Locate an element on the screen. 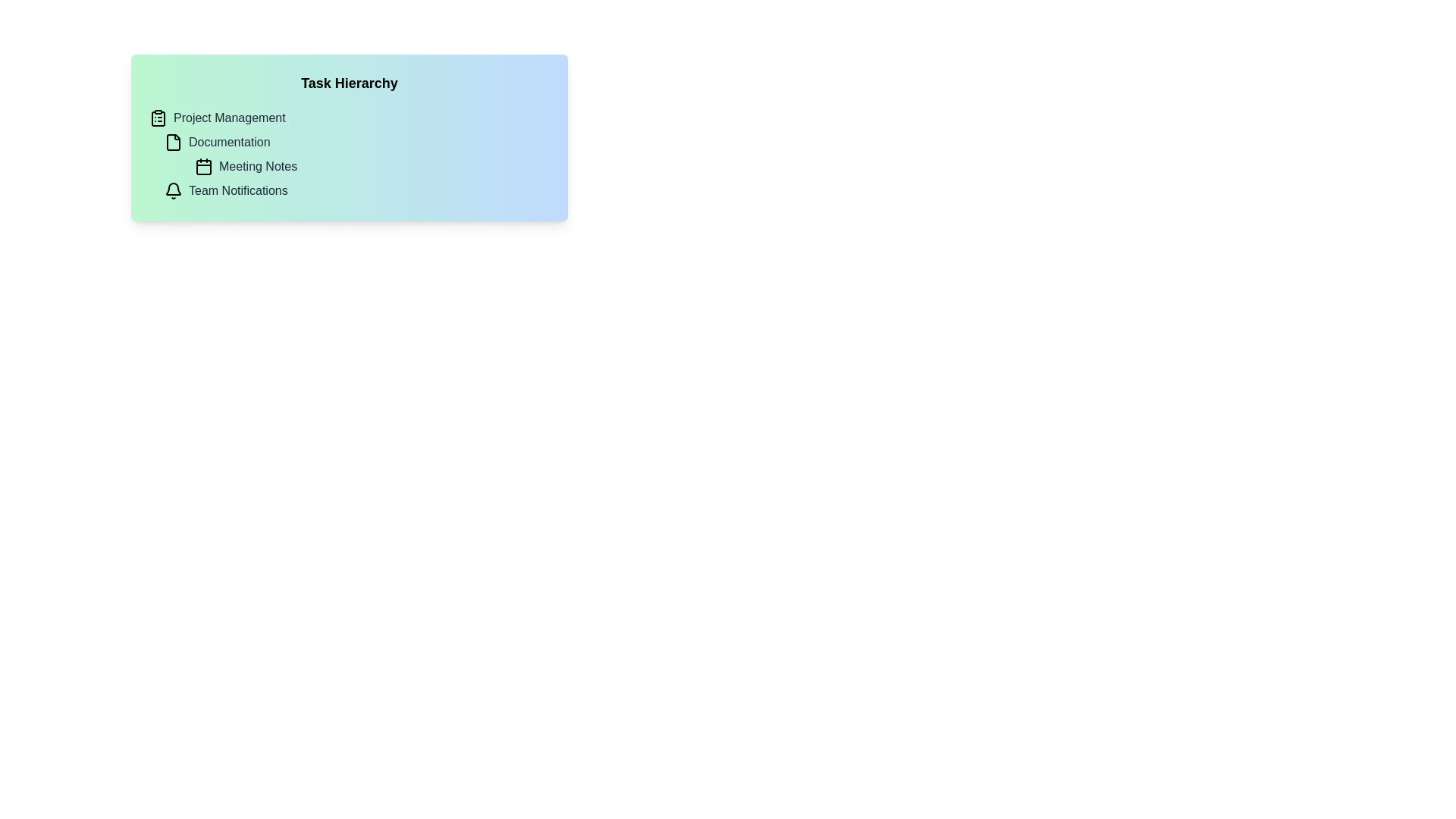 Image resolution: width=1456 pixels, height=819 pixels. the top arc segment of the bell icon, which represents notifications, located next to the 'Team Notifications' text is located at coordinates (174, 188).